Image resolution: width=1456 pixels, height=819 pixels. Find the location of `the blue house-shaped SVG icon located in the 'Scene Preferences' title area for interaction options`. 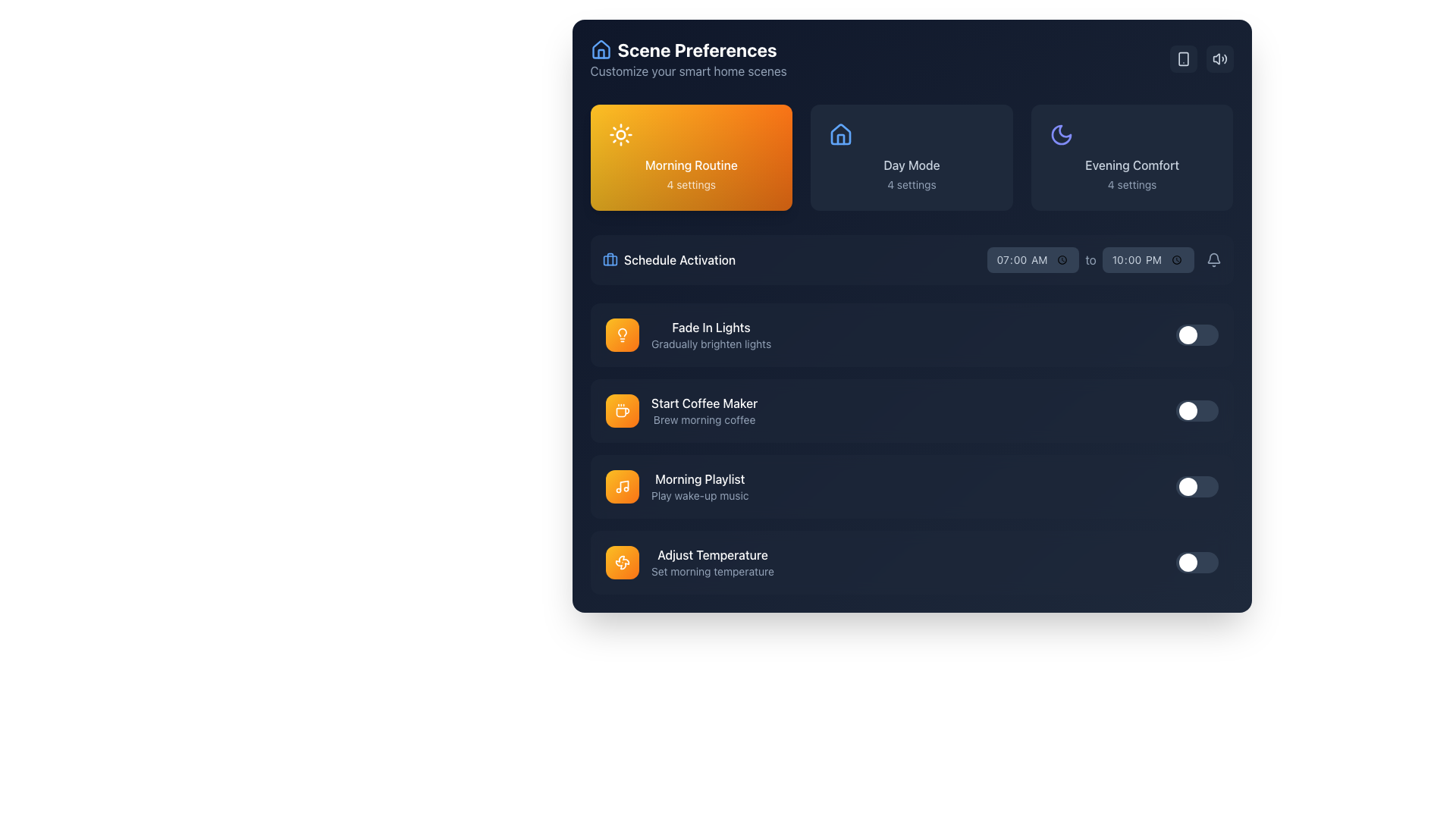

the blue house-shaped SVG icon located in the 'Scene Preferences' title area for interaction options is located at coordinates (600, 49).